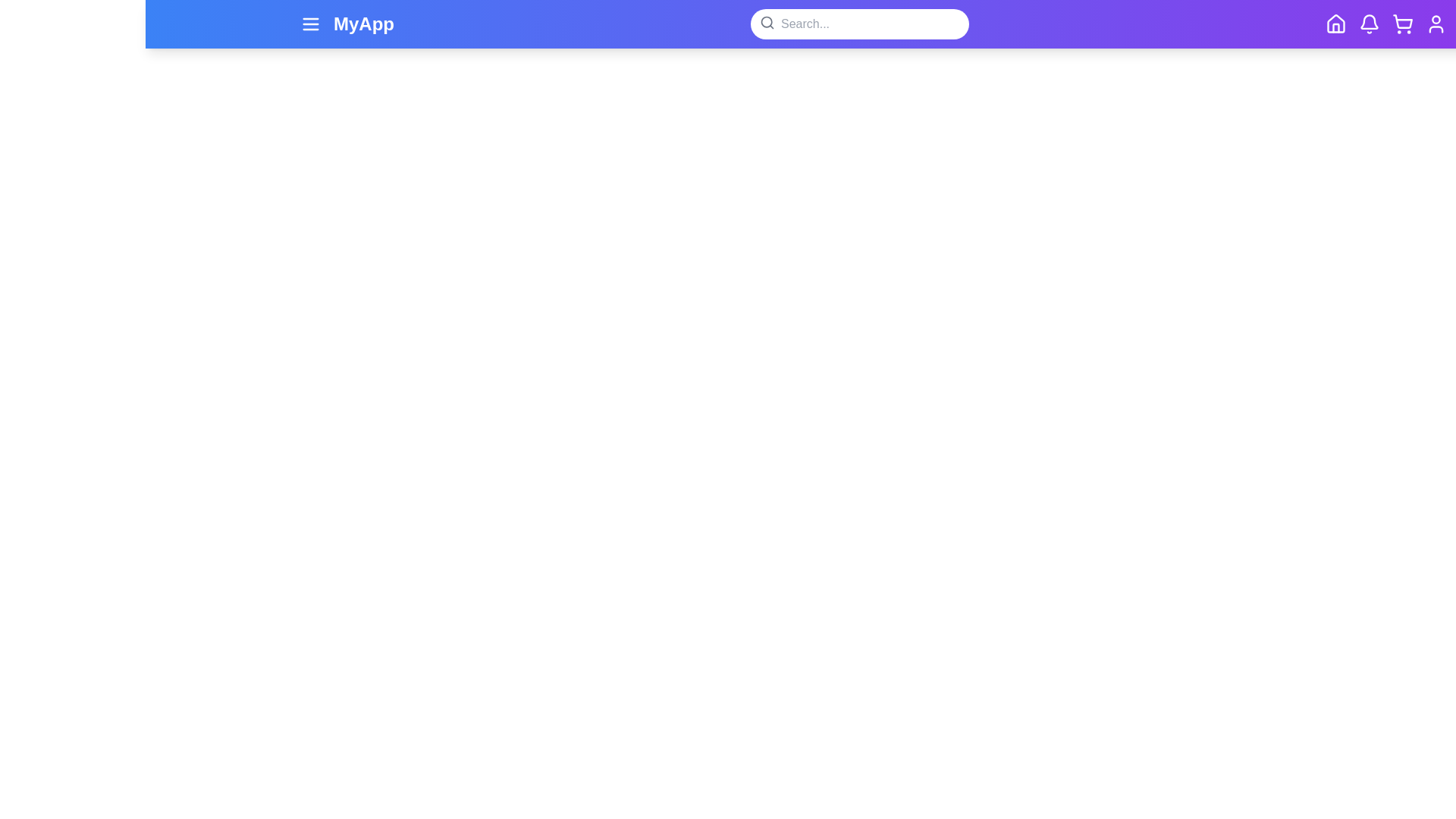 This screenshot has width=1456, height=819. I want to click on the shopping_cart button in the navigation bar, so click(1401, 24).